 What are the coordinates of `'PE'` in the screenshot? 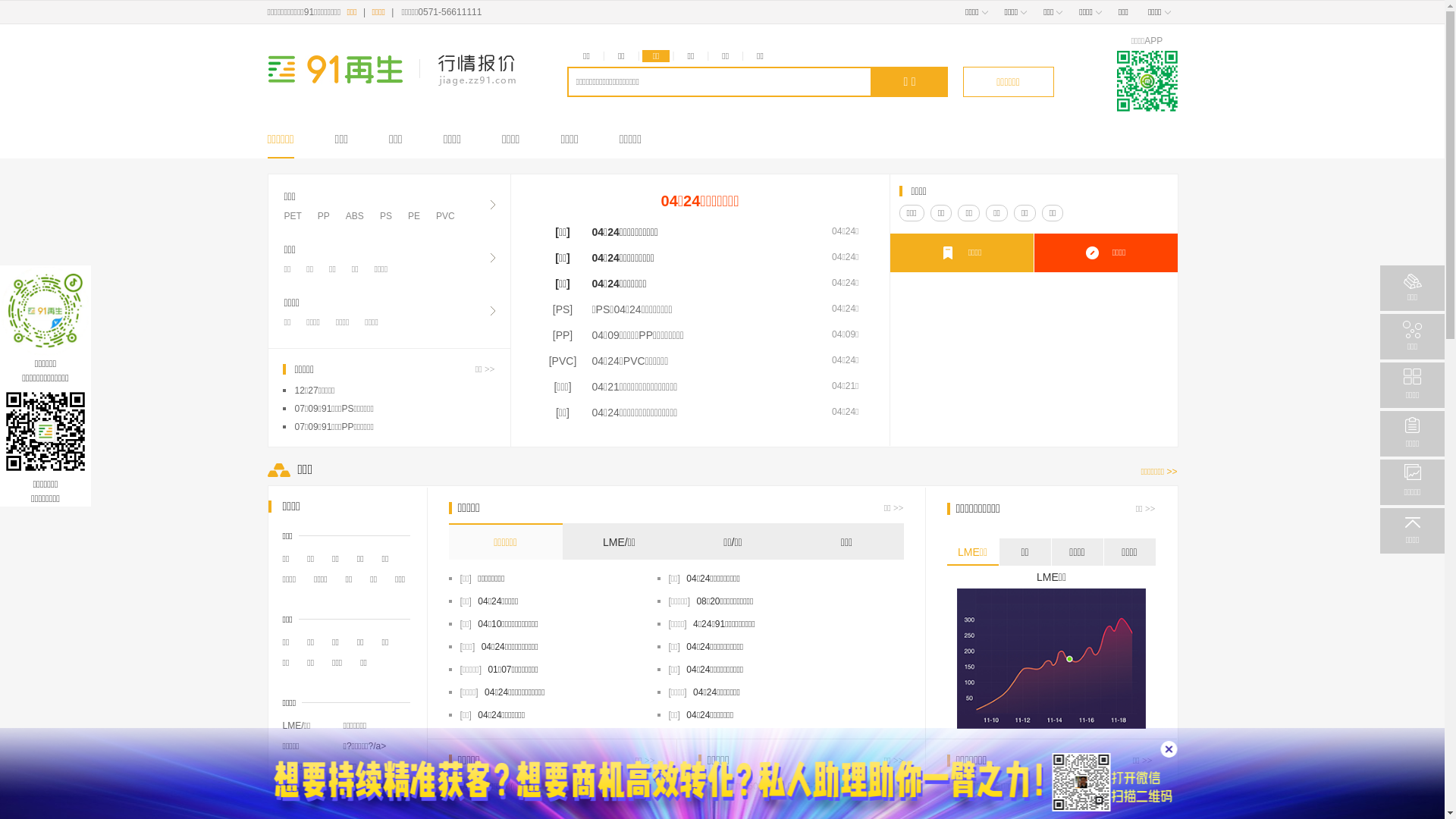 It's located at (414, 216).